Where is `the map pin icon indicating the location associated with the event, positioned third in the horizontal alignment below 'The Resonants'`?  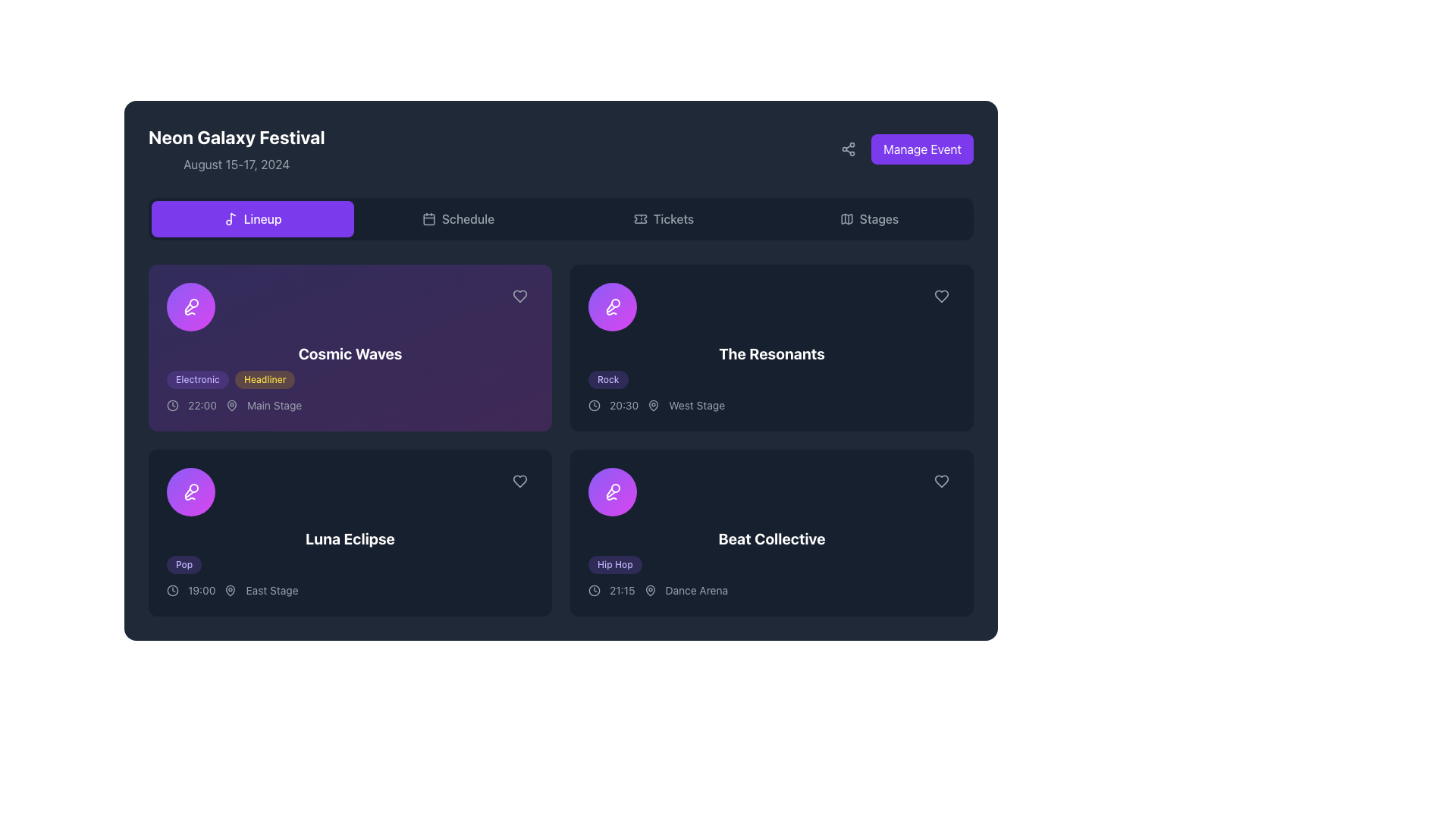 the map pin icon indicating the location associated with the event, positioned third in the horizontal alignment below 'The Resonants' is located at coordinates (654, 405).